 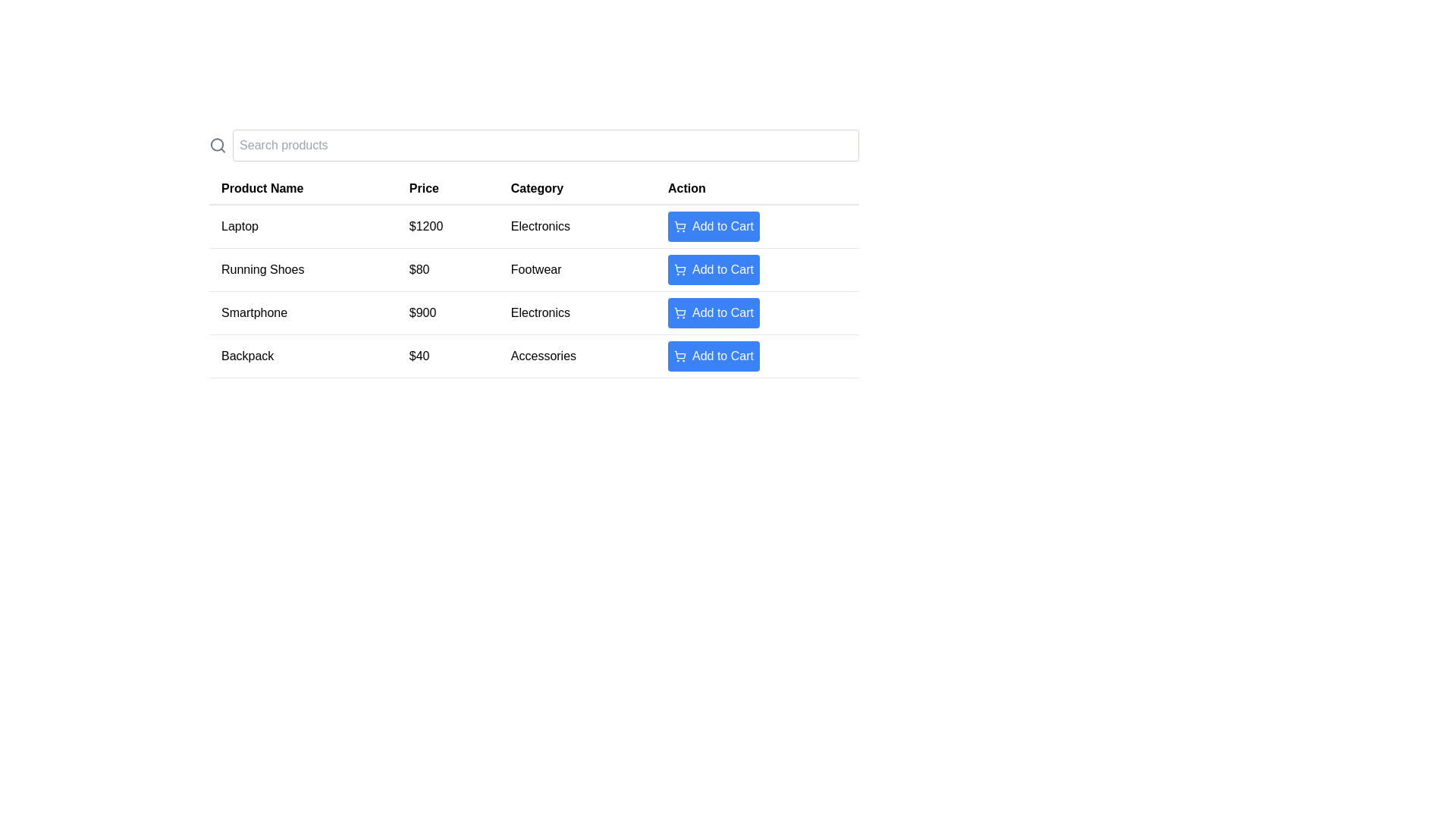 I want to click on the 'Add to Cart' icon located in the fourth row of the table under the 'Action' column for the 'Backpack' product, so click(x=679, y=356).